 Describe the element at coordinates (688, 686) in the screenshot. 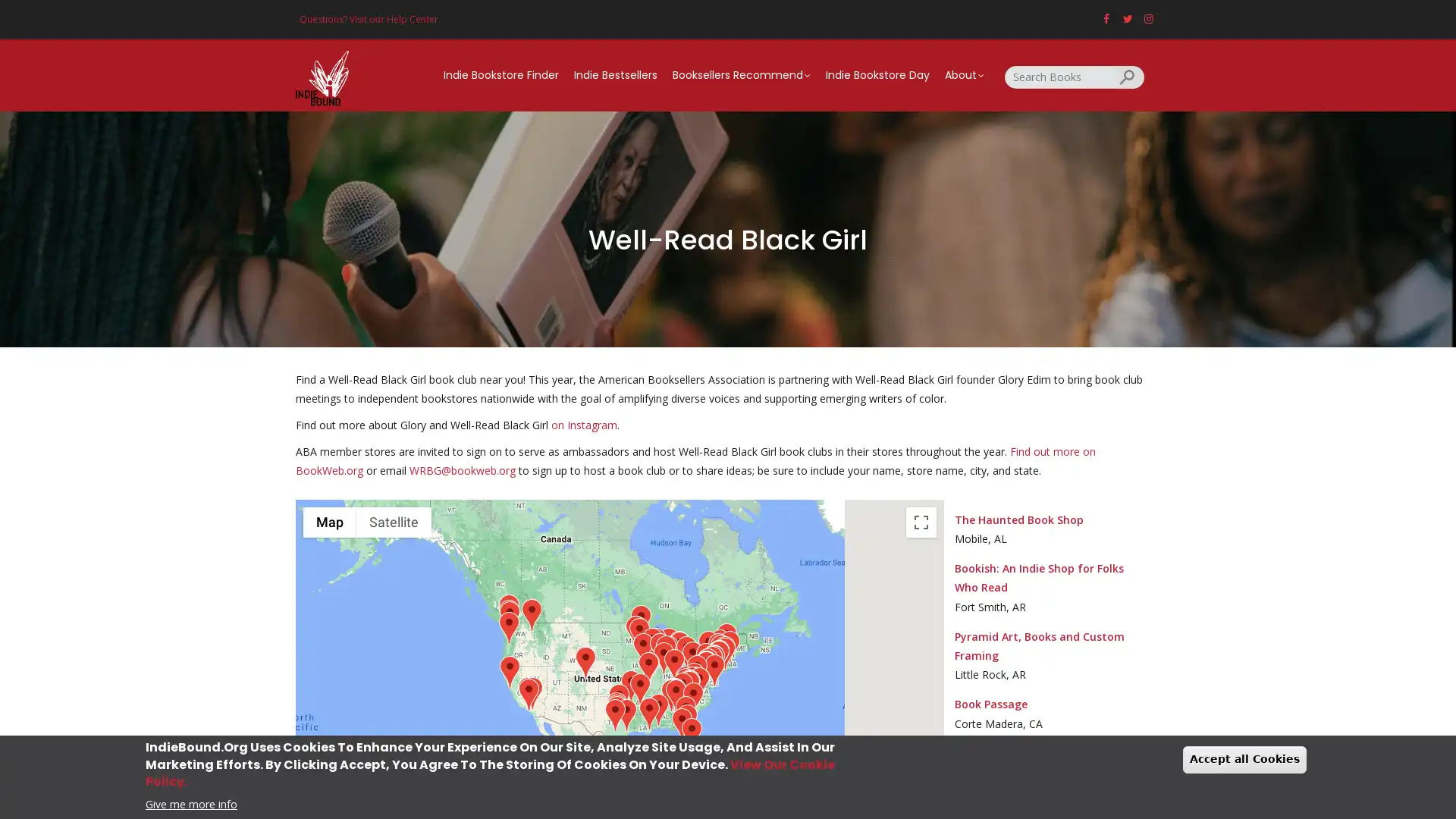

I see `Park Road Books` at that location.